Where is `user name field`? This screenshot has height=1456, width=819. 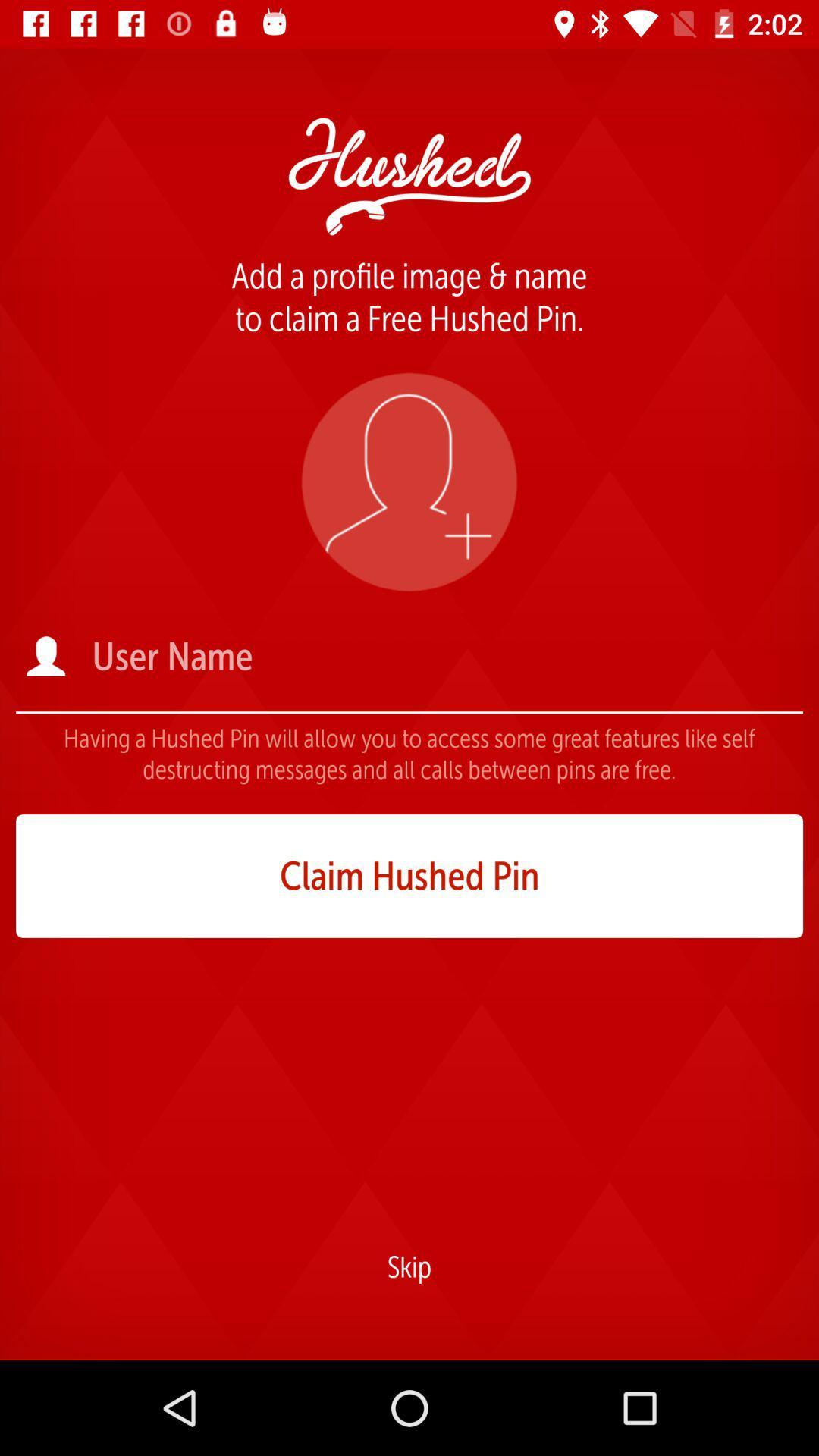 user name field is located at coordinates (445, 656).